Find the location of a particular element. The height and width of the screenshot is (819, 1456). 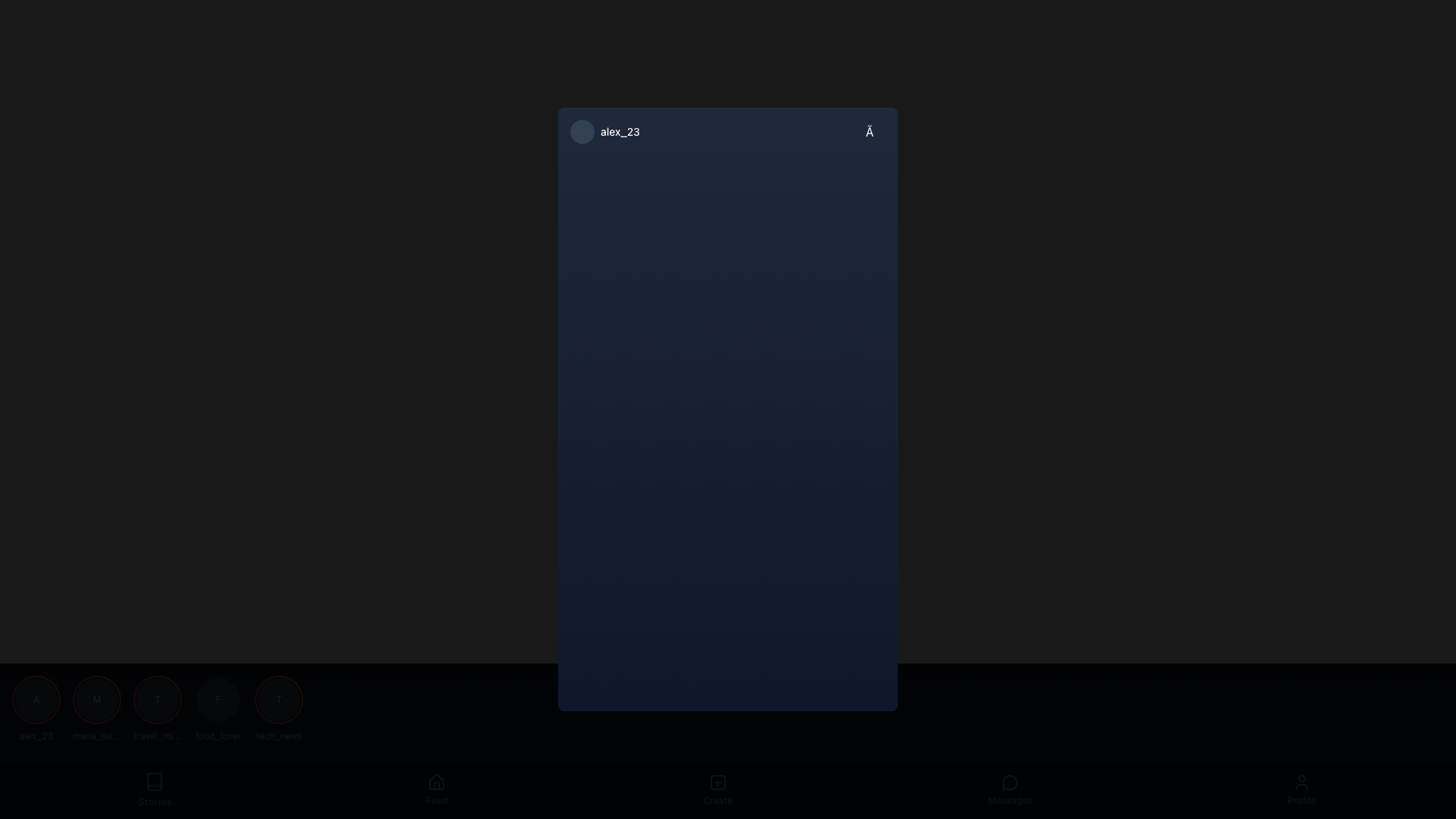

the Messages navigation button located in the bottom horizontal menu to trigger hover effects is located at coordinates (1010, 789).